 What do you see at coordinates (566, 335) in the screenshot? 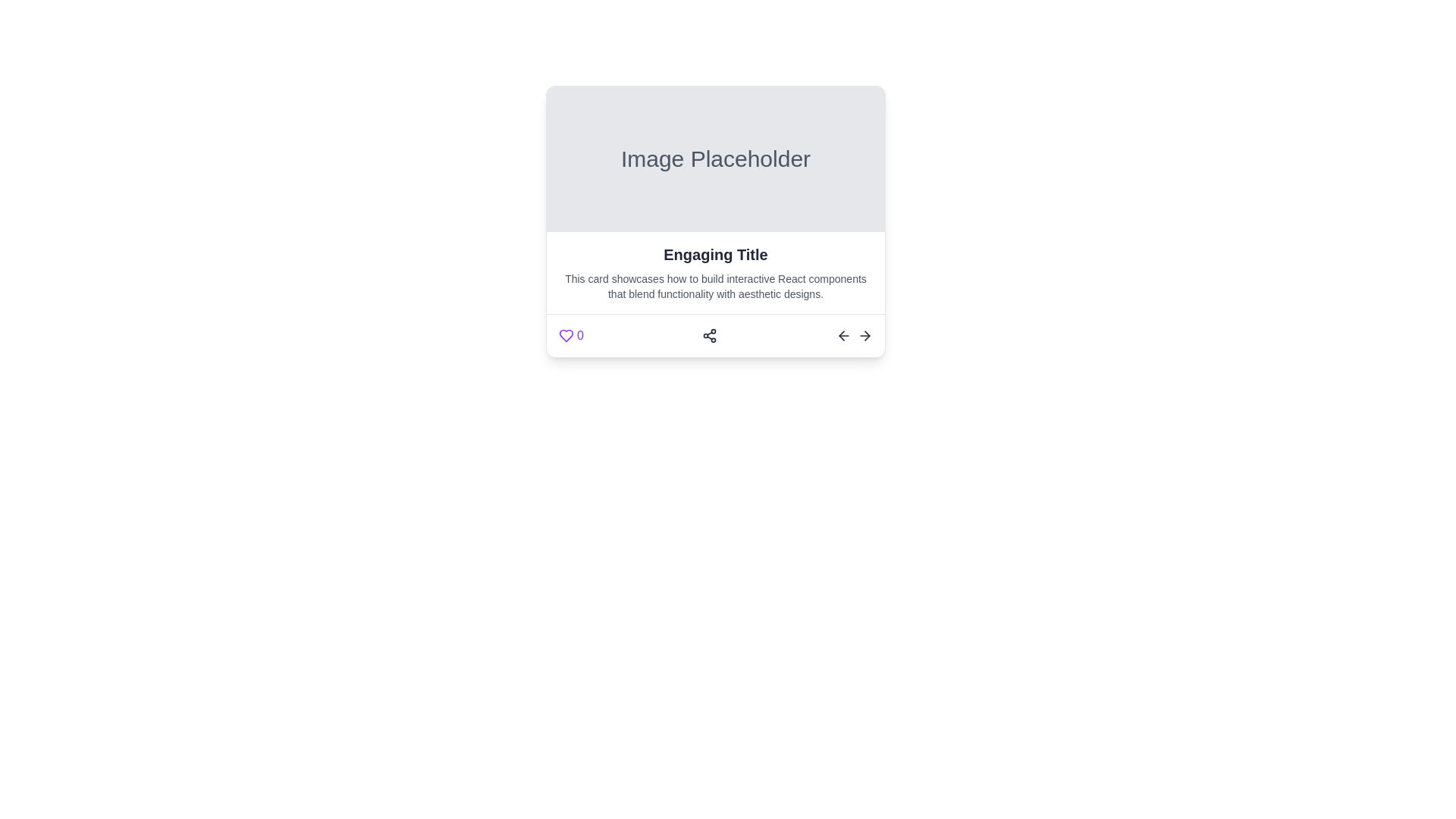
I see `the heart-shaped SVG icon used as a 'favorite' or 'like' button located at the bottom left of the card, next to a count label displaying '0'` at bounding box center [566, 335].